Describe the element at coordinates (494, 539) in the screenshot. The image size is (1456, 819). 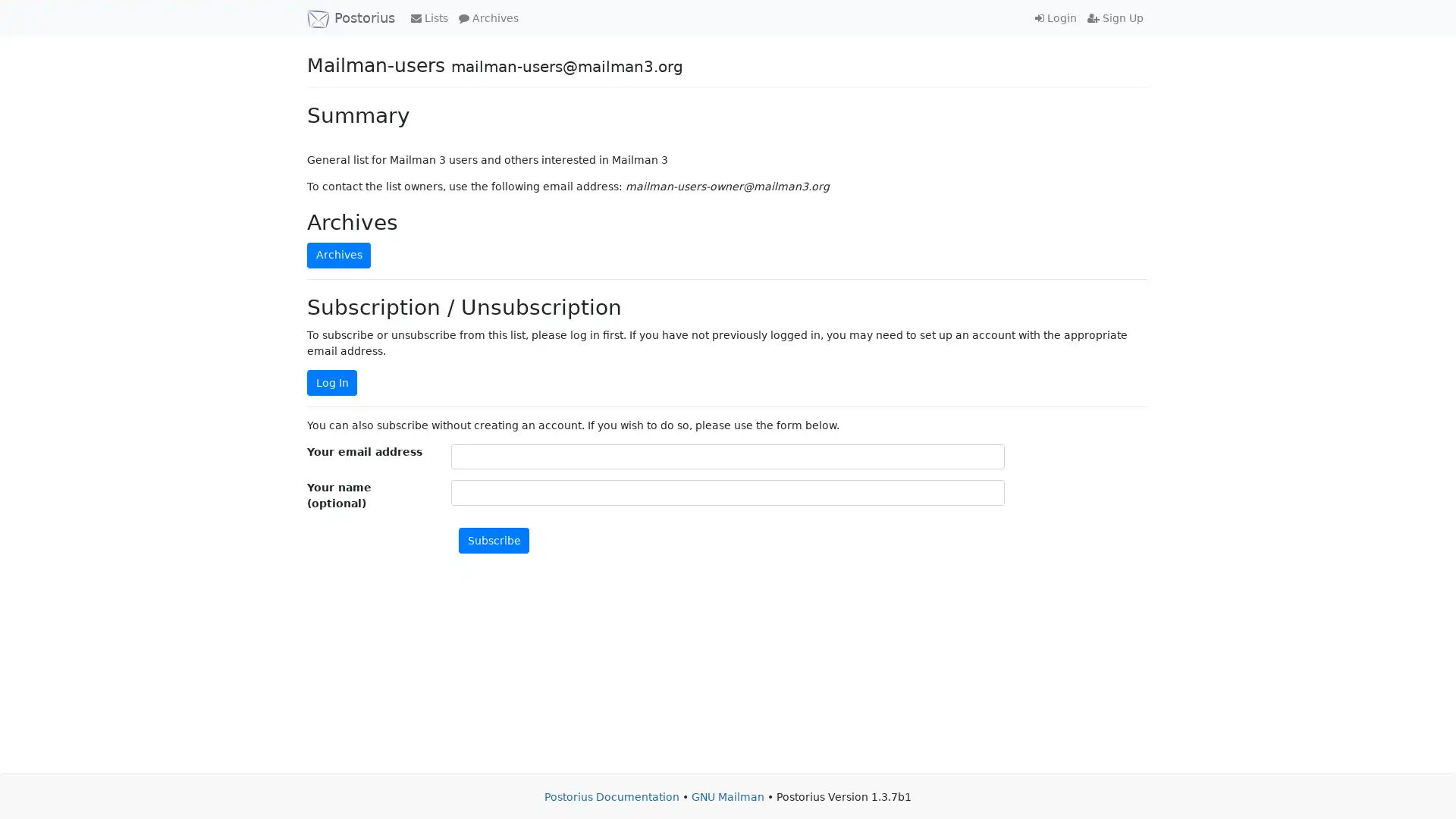
I see `Subscribe` at that location.